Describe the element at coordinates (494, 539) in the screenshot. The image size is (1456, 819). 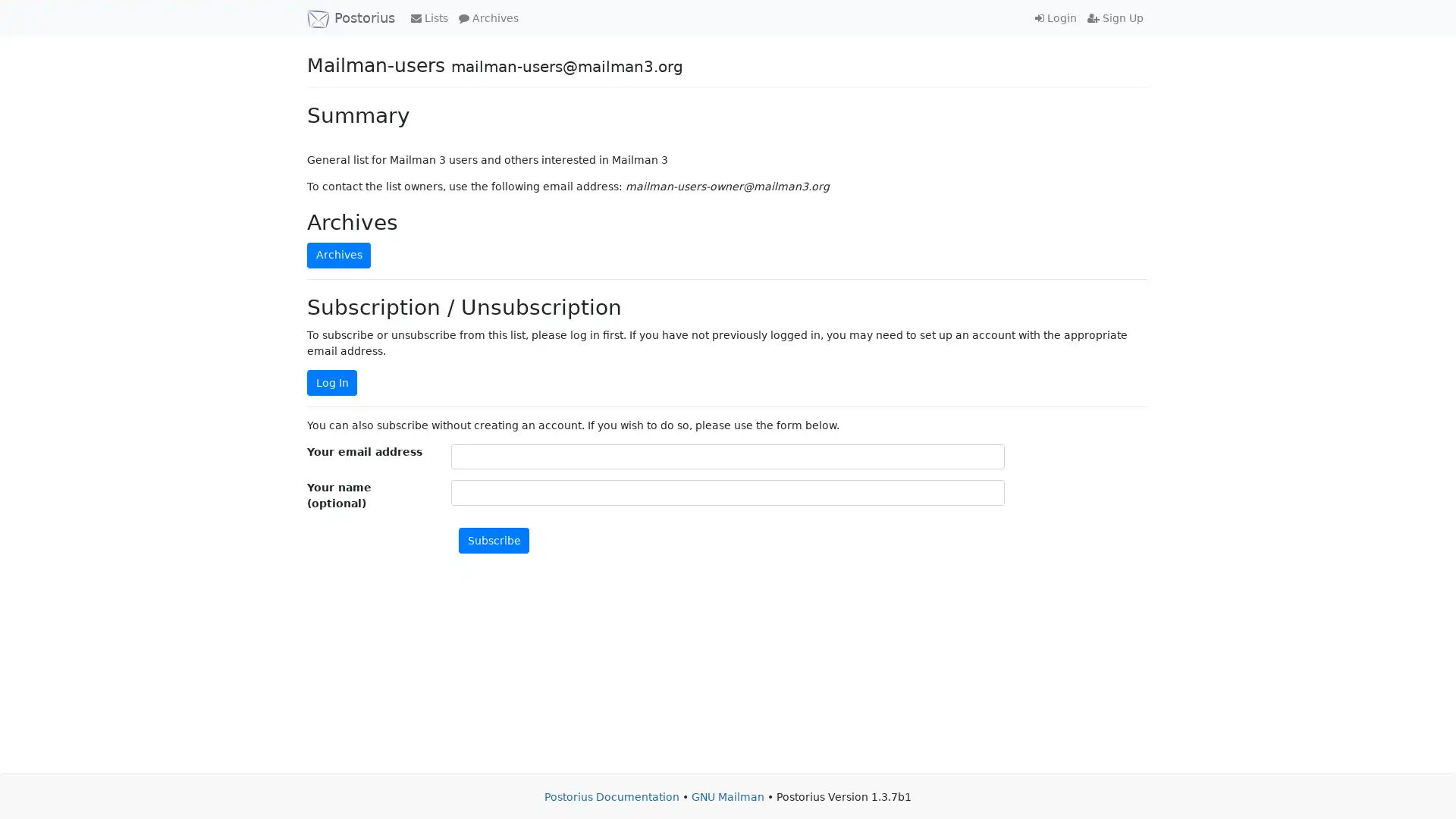
I see `Subscribe` at that location.